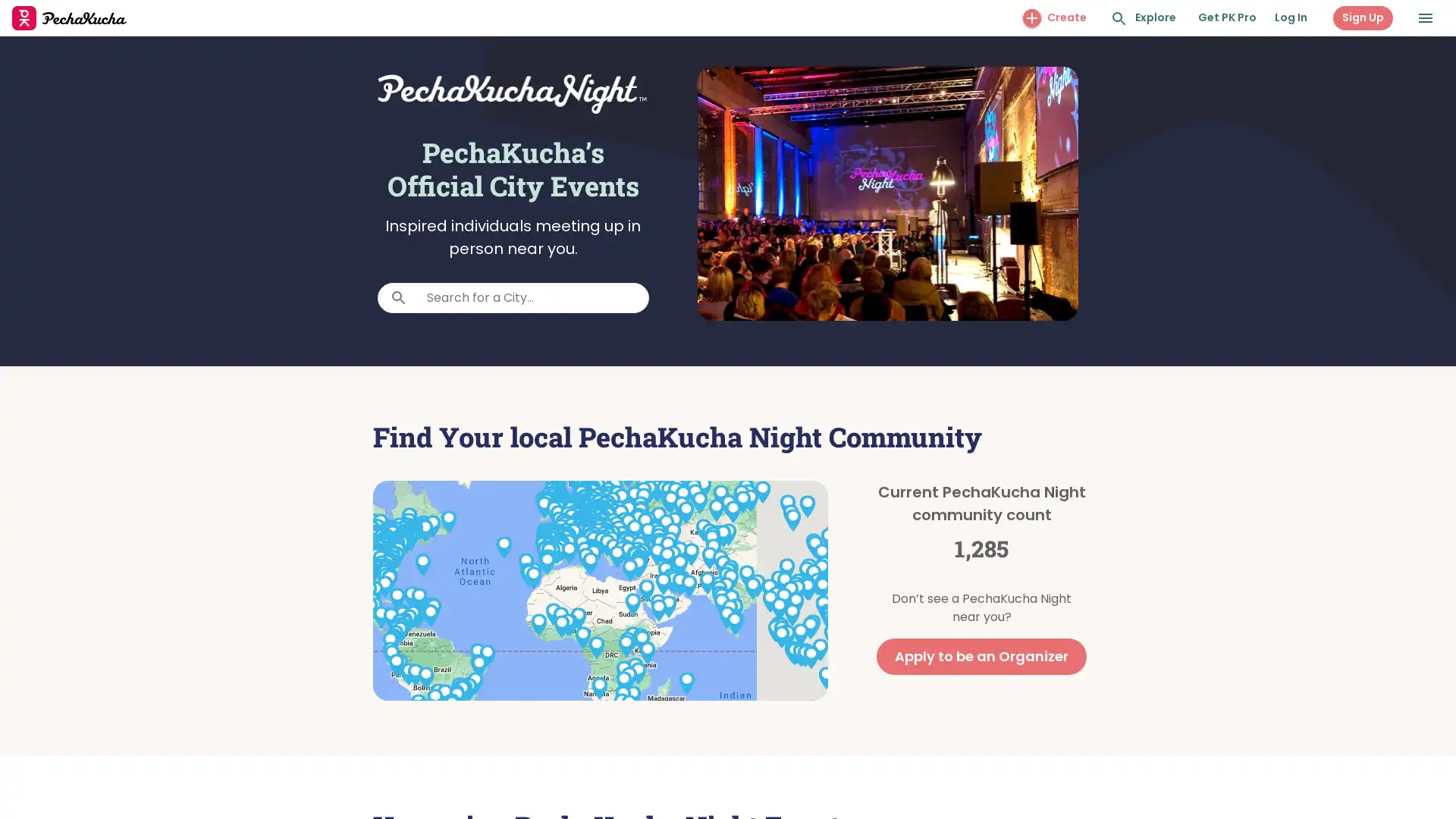  Describe the element at coordinates (672, 695) in the screenshot. I see `Keyboard shortcuts` at that location.